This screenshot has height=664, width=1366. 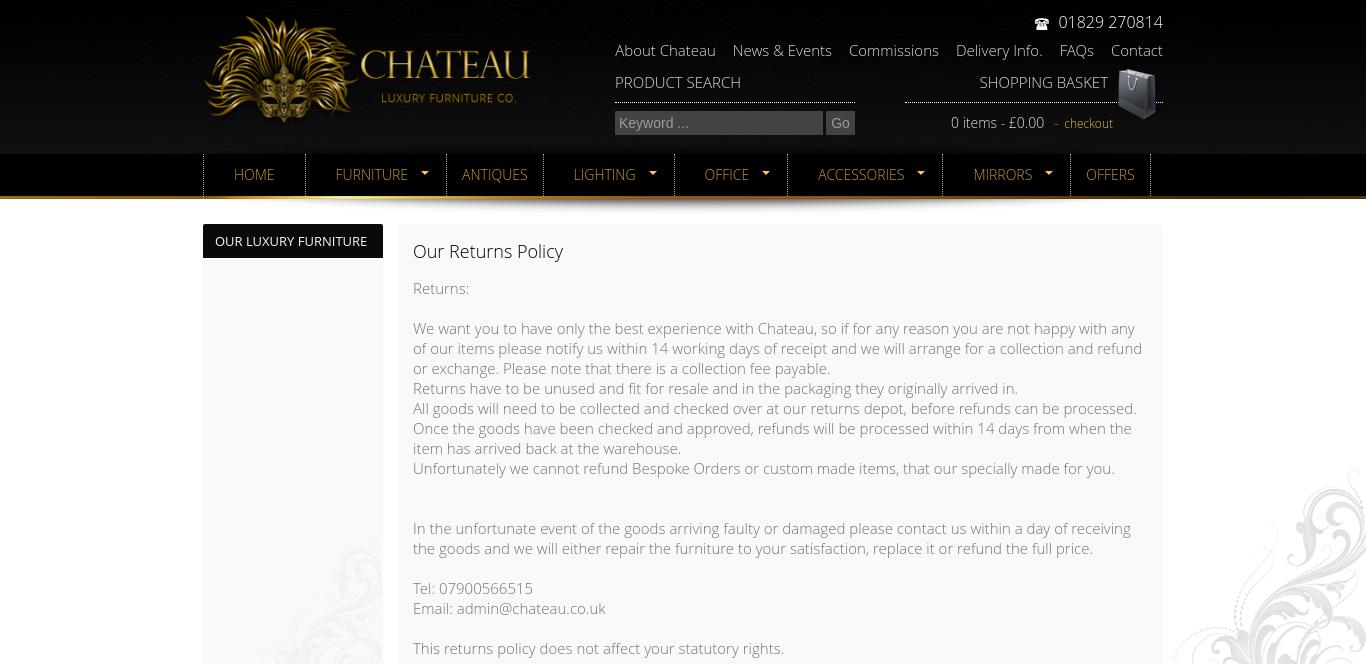 What do you see at coordinates (461, 174) in the screenshot?
I see `'Antiques'` at bounding box center [461, 174].